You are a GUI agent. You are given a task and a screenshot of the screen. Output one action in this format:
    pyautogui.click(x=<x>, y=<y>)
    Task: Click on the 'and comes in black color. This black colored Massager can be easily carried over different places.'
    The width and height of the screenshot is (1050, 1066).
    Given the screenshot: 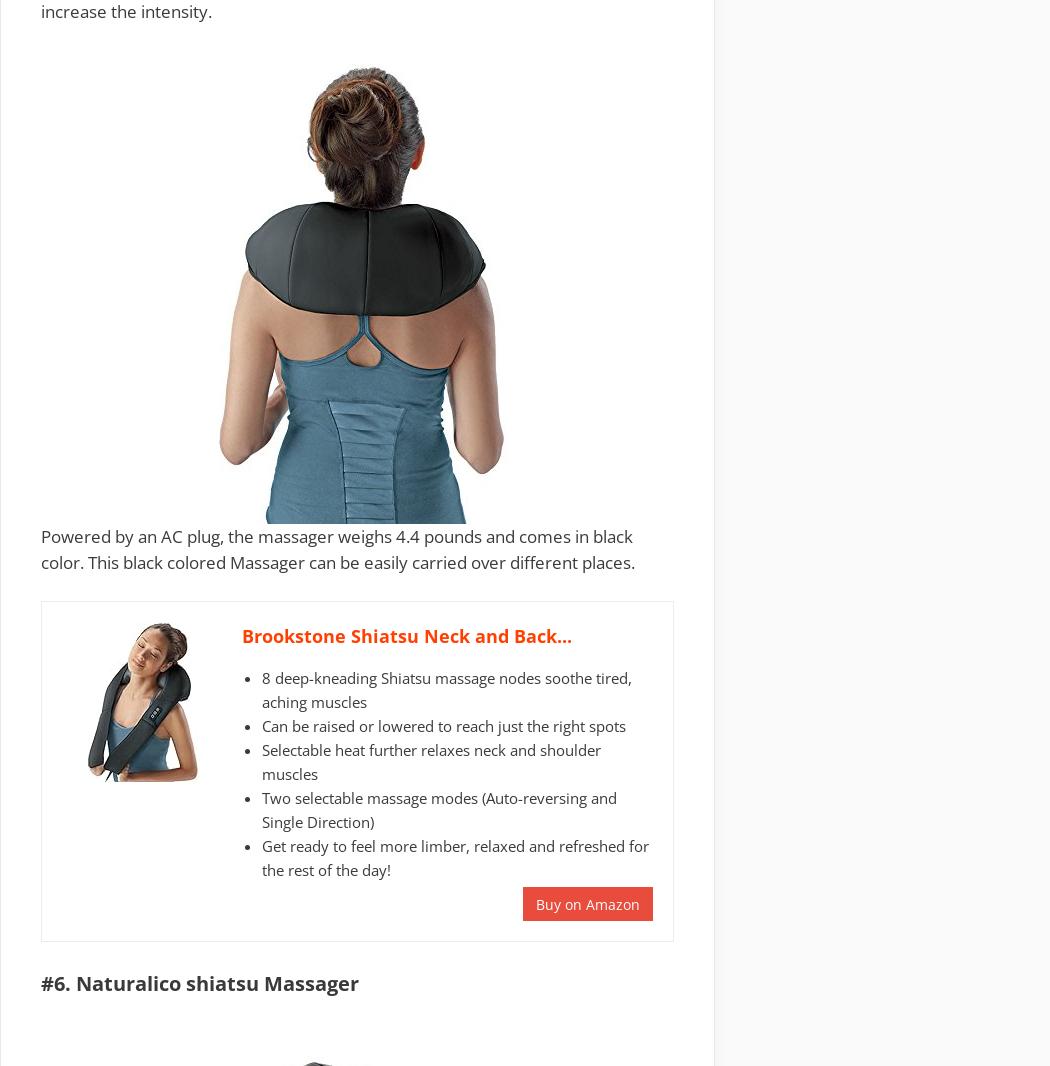 What is the action you would take?
    pyautogui.click(x=337, y=547)
    